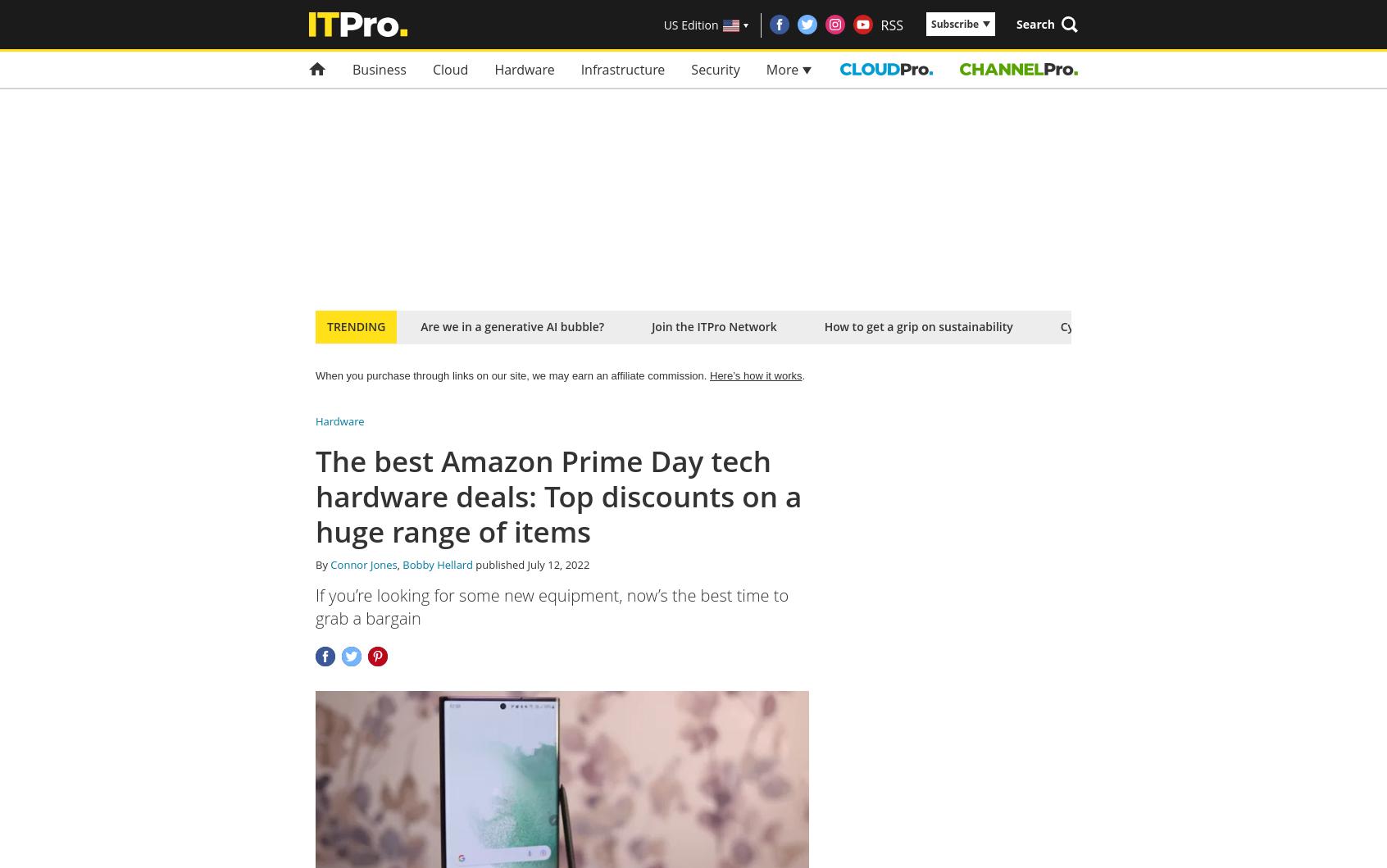  I want to click on 'How to get a grip on sustainability', so click(917, 325).